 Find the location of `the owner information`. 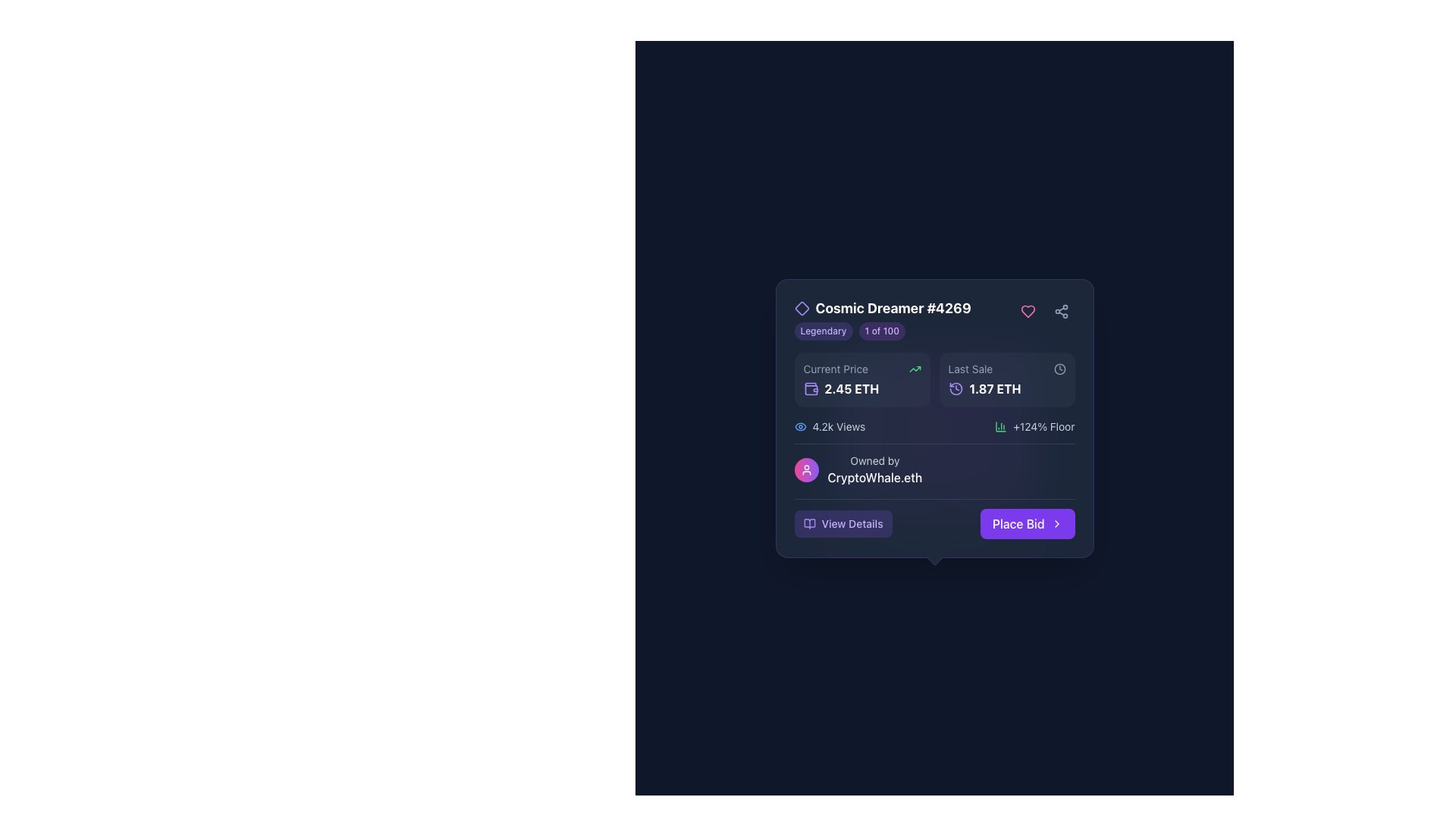

the owner information is located at coordinates (874, 476).